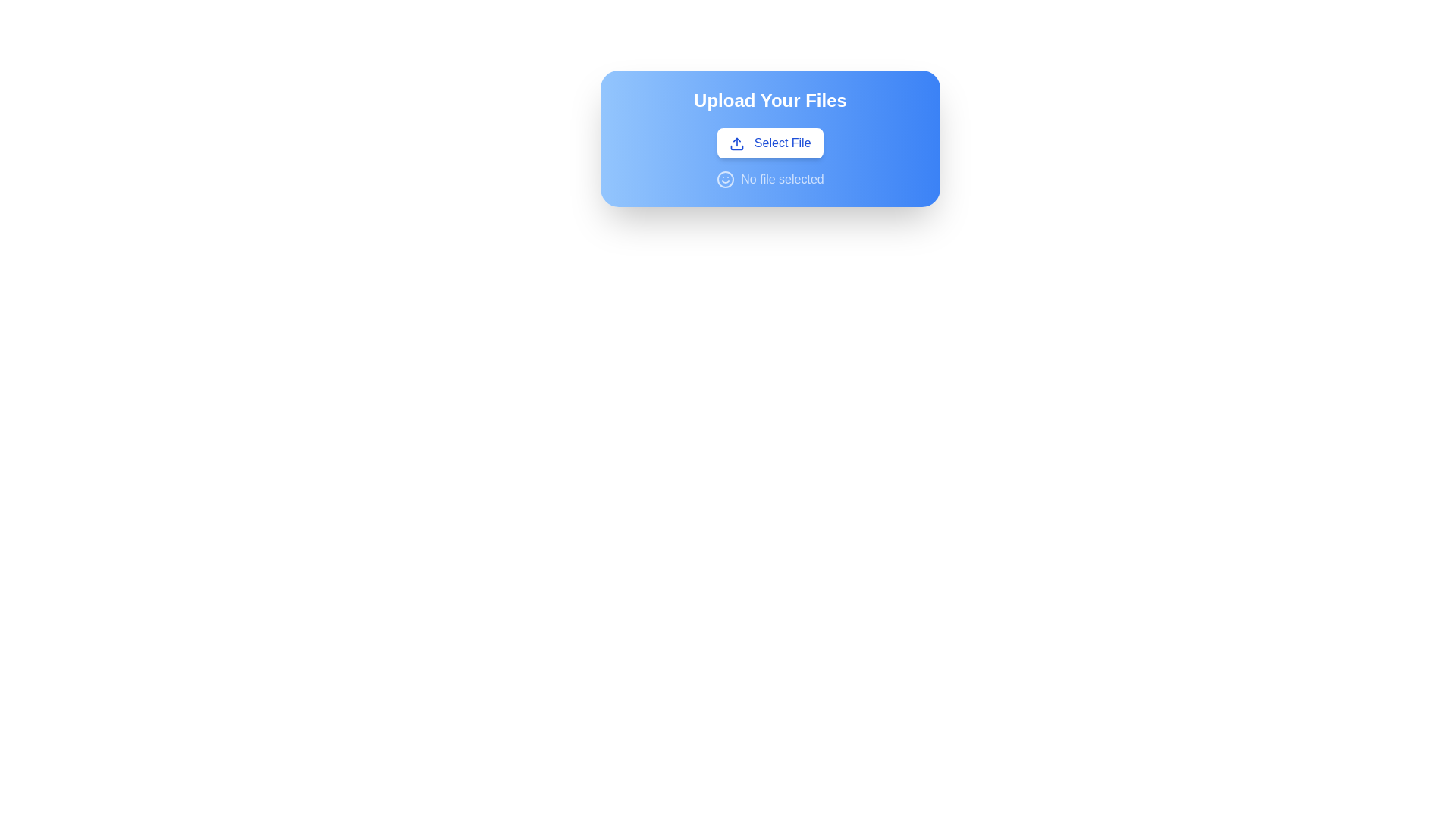 The height and width of the screenshot is (819, 1456). What do you see at coordinates (770, 143) in the screenshot?
I see `the 'Select File' button with a white background and blue text` at bounding box center [770, 143].